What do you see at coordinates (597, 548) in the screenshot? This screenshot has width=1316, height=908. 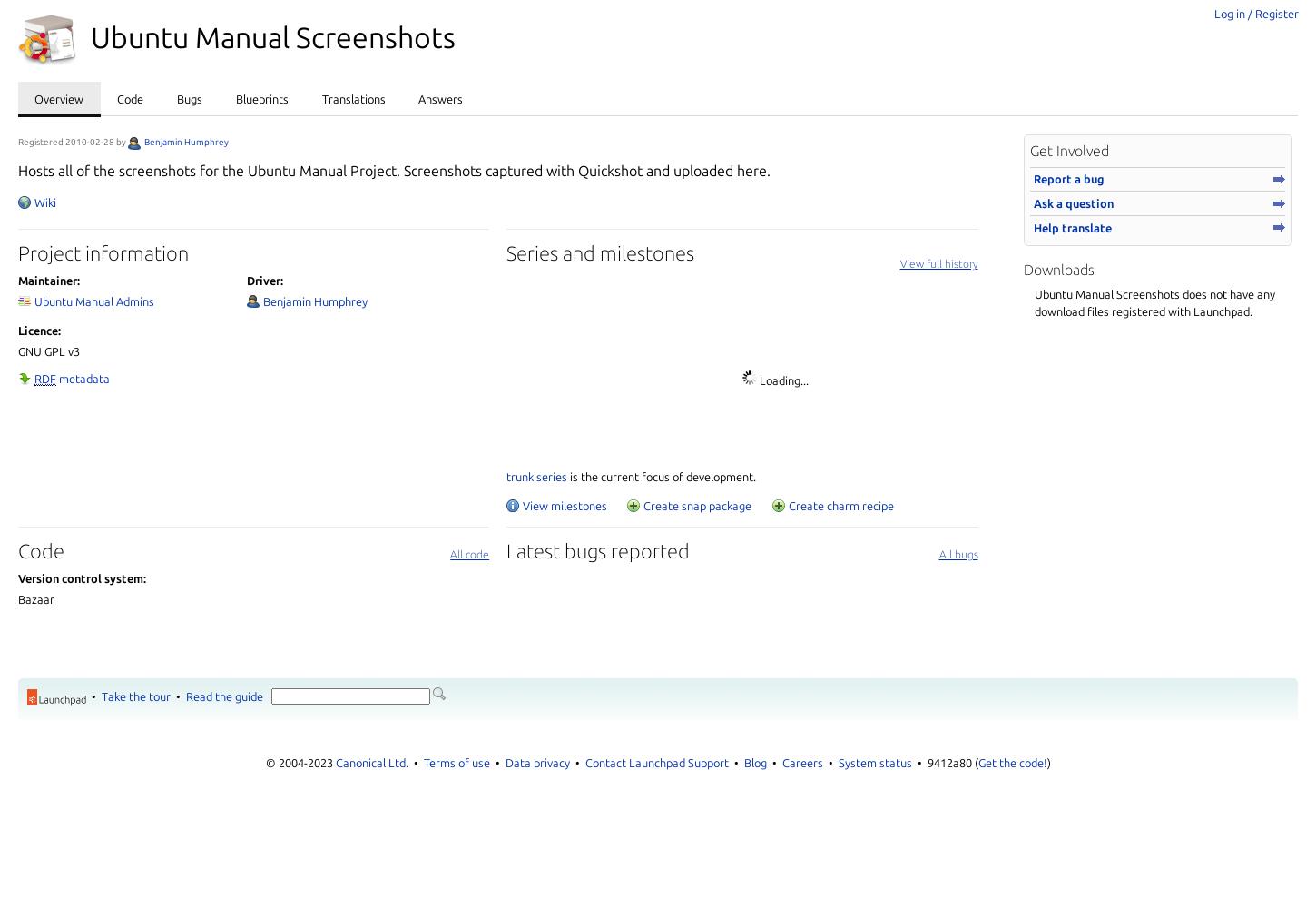 I see `'Latest bugs reported'` at bounding box center [597, 548].